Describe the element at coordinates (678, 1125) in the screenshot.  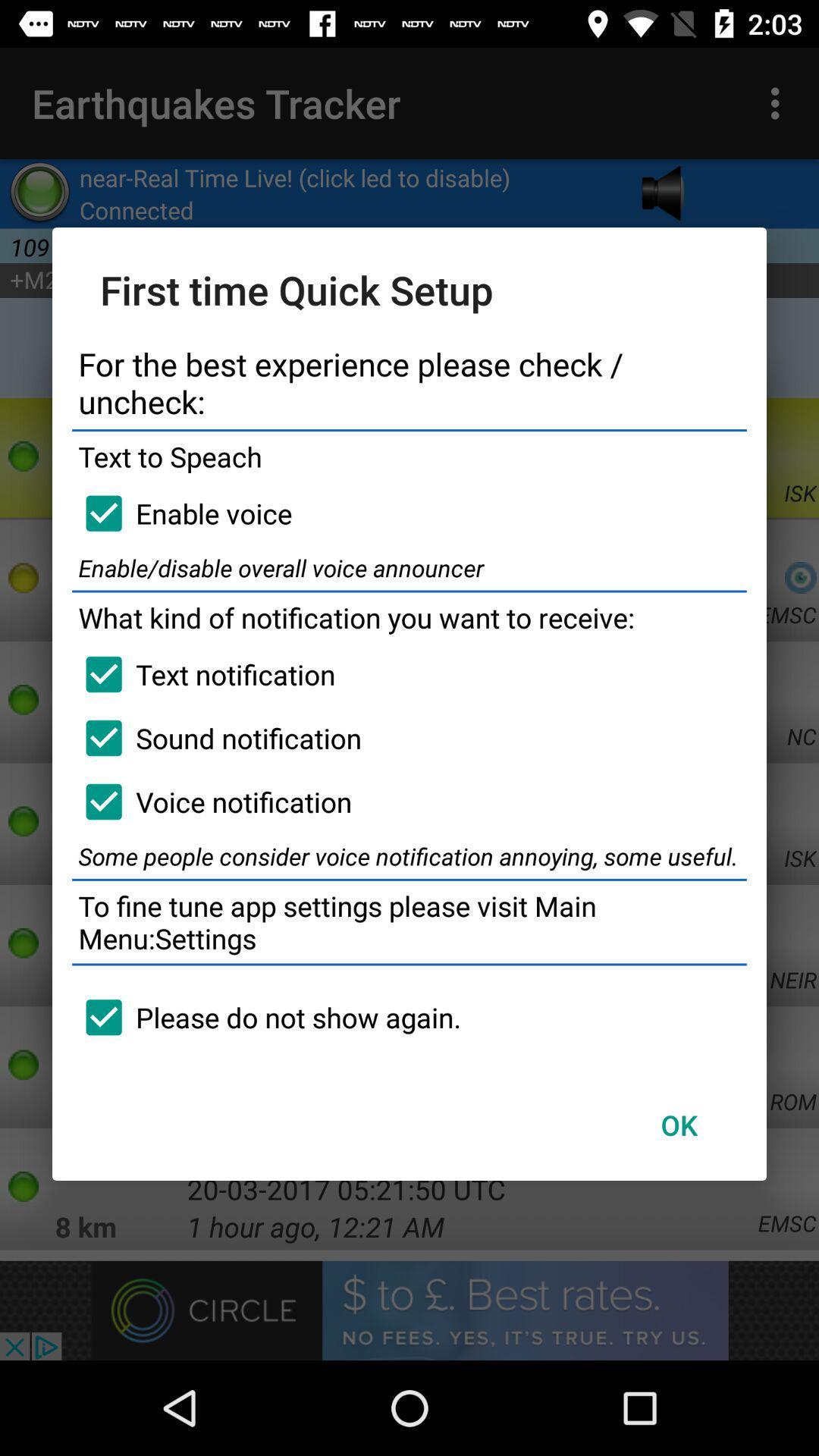
I see `the ok at the bottom right corner` at that location.